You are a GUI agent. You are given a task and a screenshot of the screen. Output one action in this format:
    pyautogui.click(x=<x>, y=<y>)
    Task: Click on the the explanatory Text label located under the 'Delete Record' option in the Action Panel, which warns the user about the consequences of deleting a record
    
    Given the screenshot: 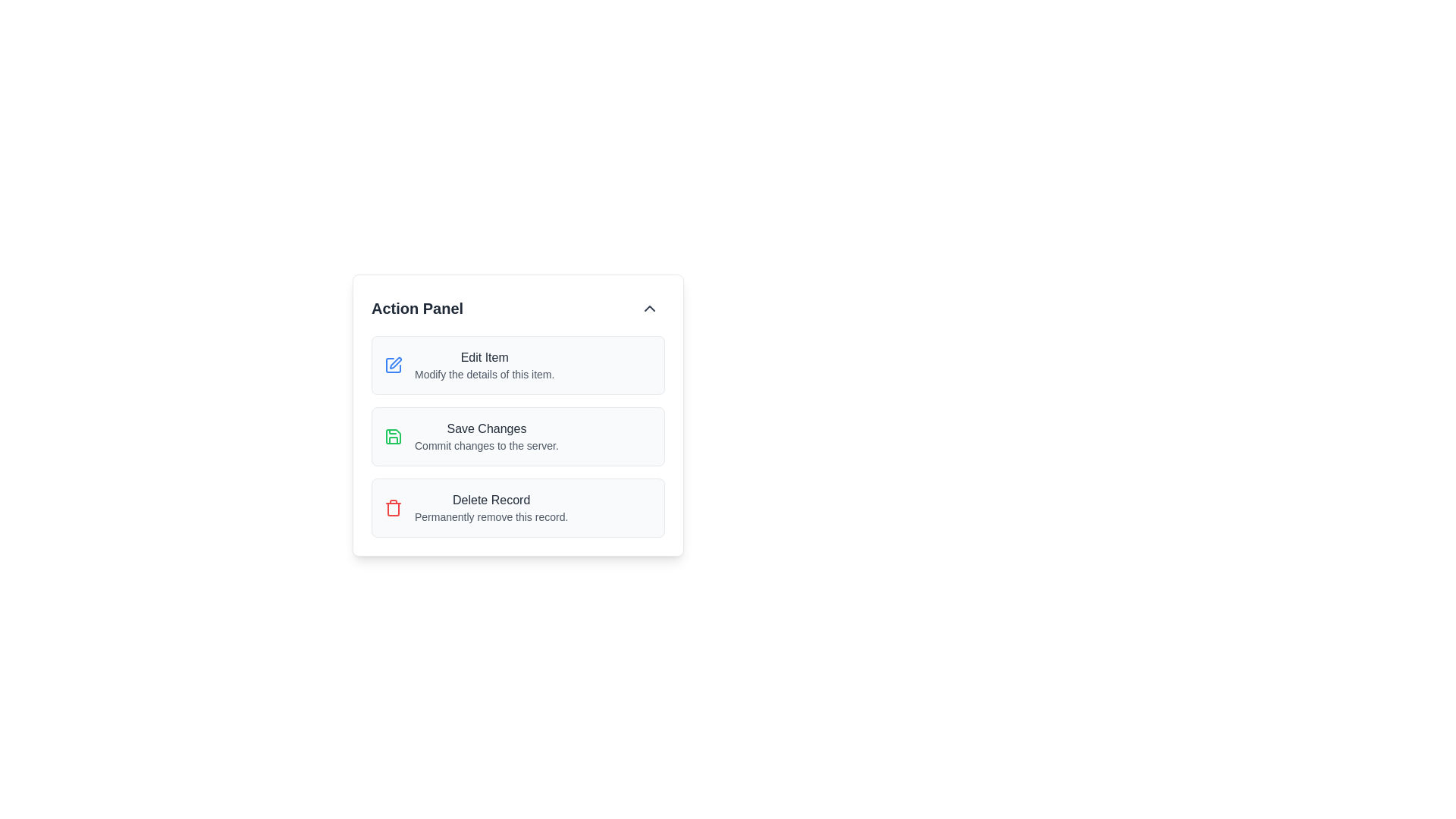 What is the action you would take?
    pyautogui.click(x=491, y=516)
    